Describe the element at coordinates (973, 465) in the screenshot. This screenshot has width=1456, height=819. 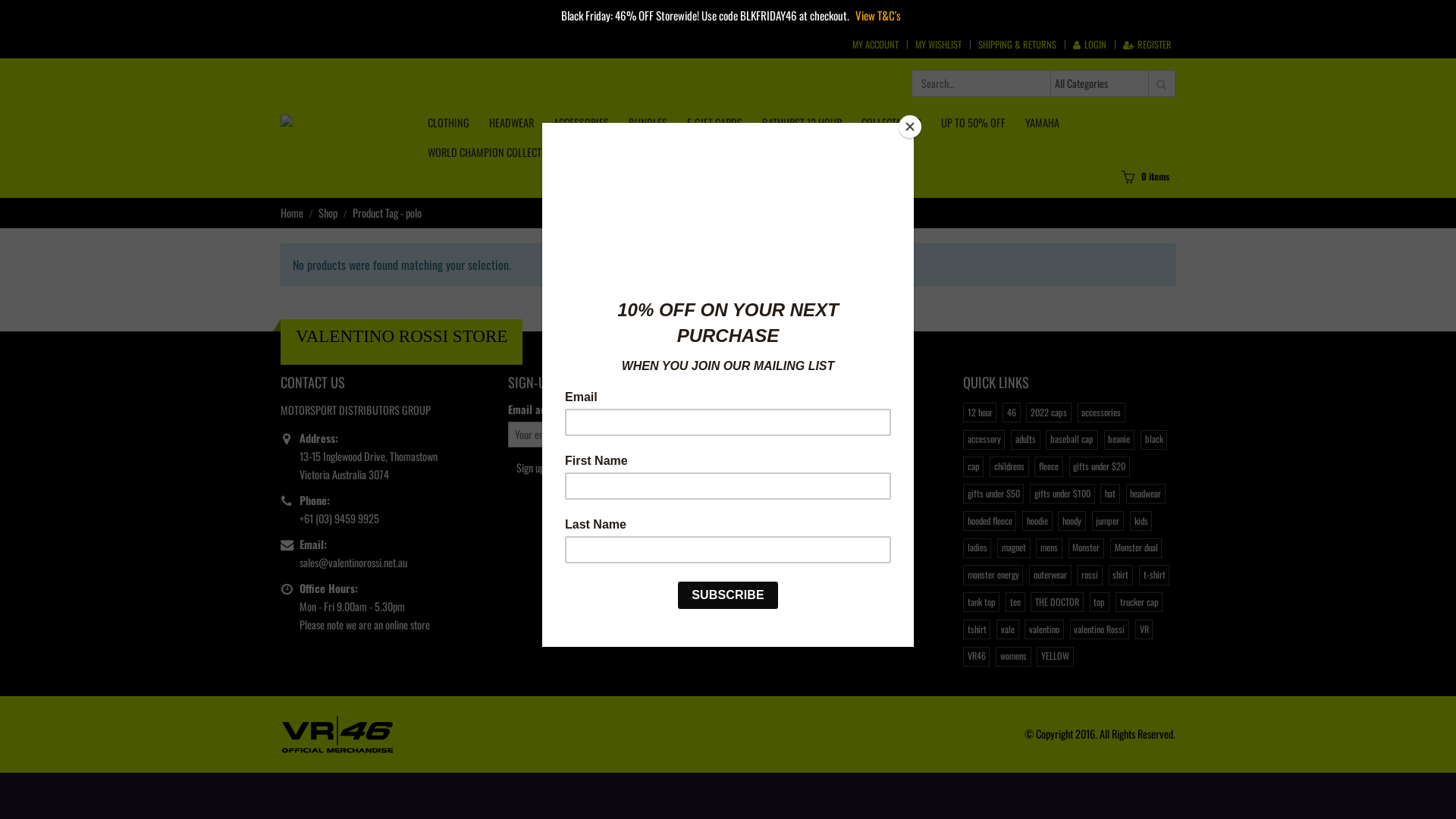
I see `'cap'` at that location.